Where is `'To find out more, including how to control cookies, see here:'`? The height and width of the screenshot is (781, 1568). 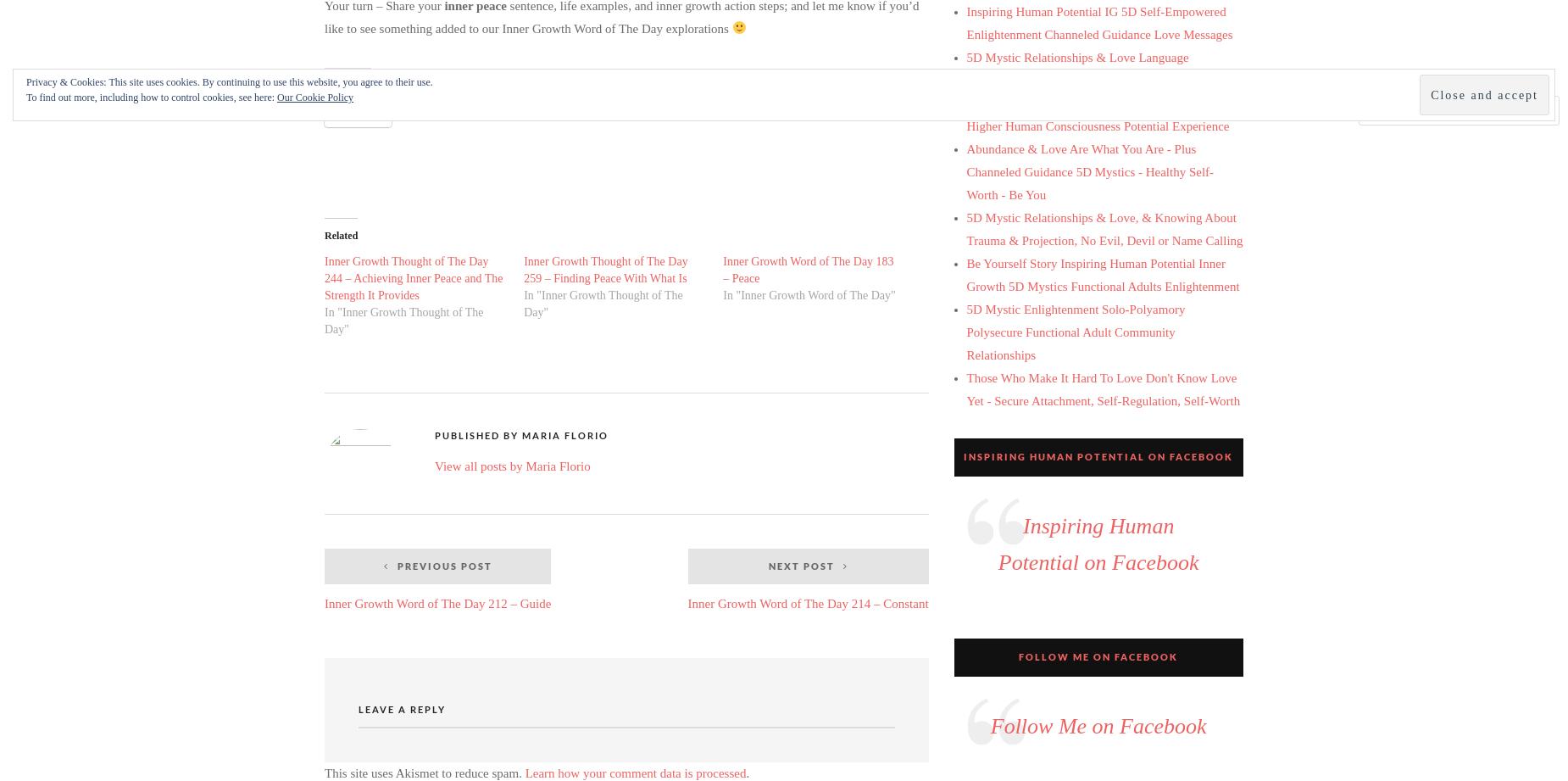 'To find out more, including how to control cookies, see here:' is located at coordinates (151, 98).